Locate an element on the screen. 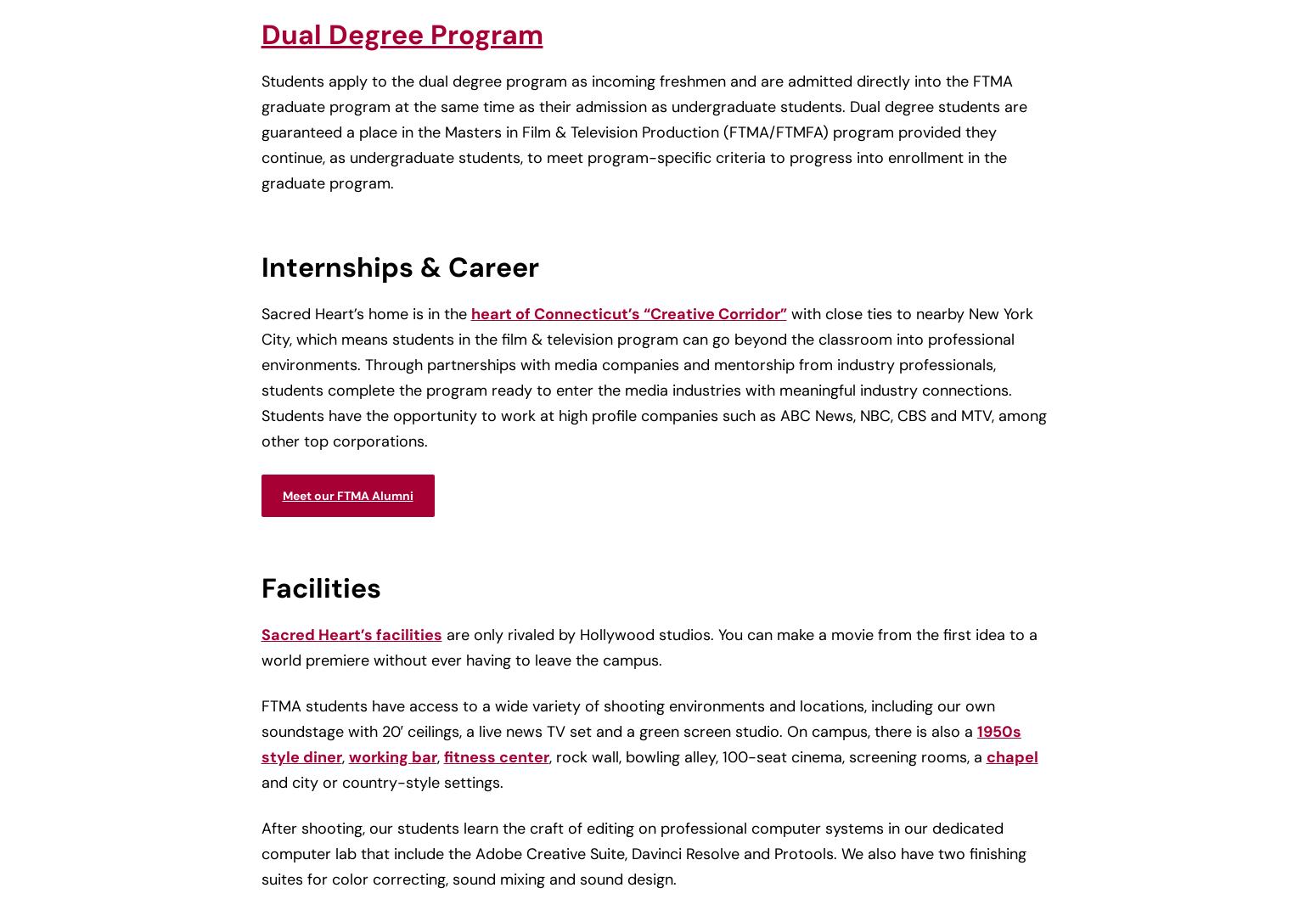 The image size is (1316, 916). 'are only rivaled by Hollywood studios. You can make a movie from the first idea to a world premiere without ever having to leave the campus.' is located at coordinates (648, 646).